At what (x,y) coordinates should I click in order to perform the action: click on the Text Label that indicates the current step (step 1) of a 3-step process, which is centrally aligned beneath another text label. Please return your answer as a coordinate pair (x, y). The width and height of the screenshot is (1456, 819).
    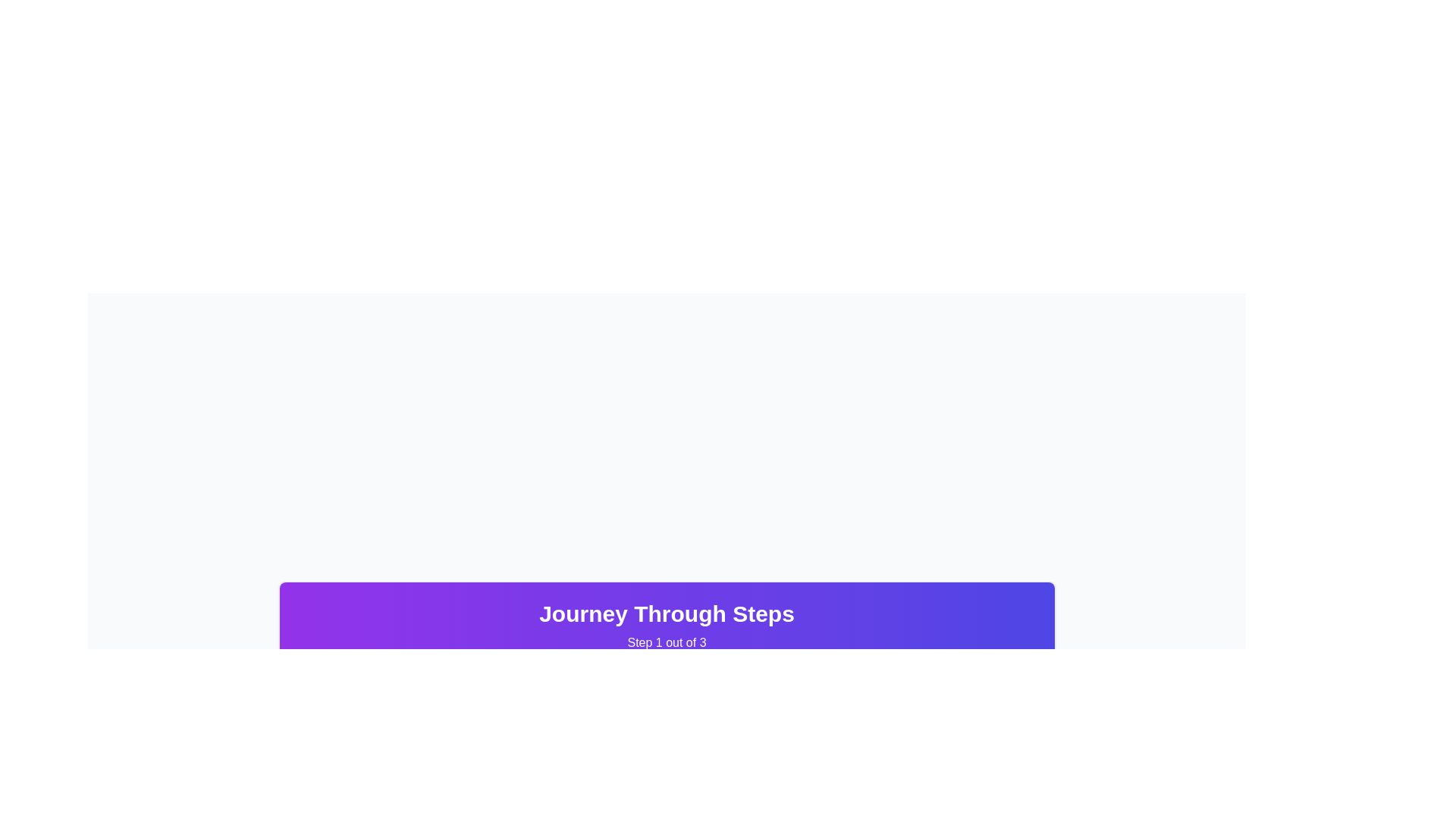
    Looking at the image, I should click on (667, 643).